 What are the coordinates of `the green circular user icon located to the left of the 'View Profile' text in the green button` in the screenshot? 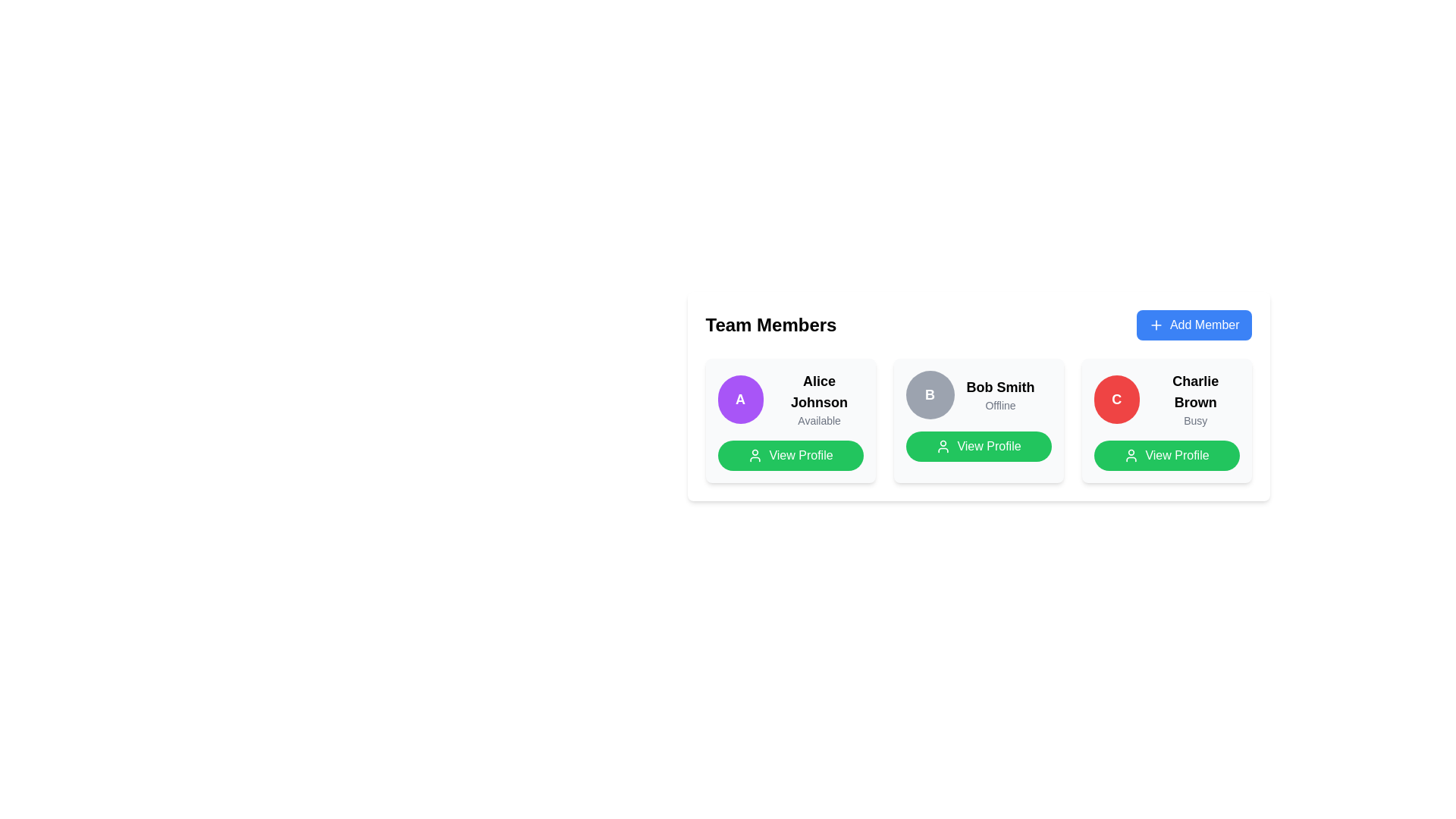 It's located at (943, 446).